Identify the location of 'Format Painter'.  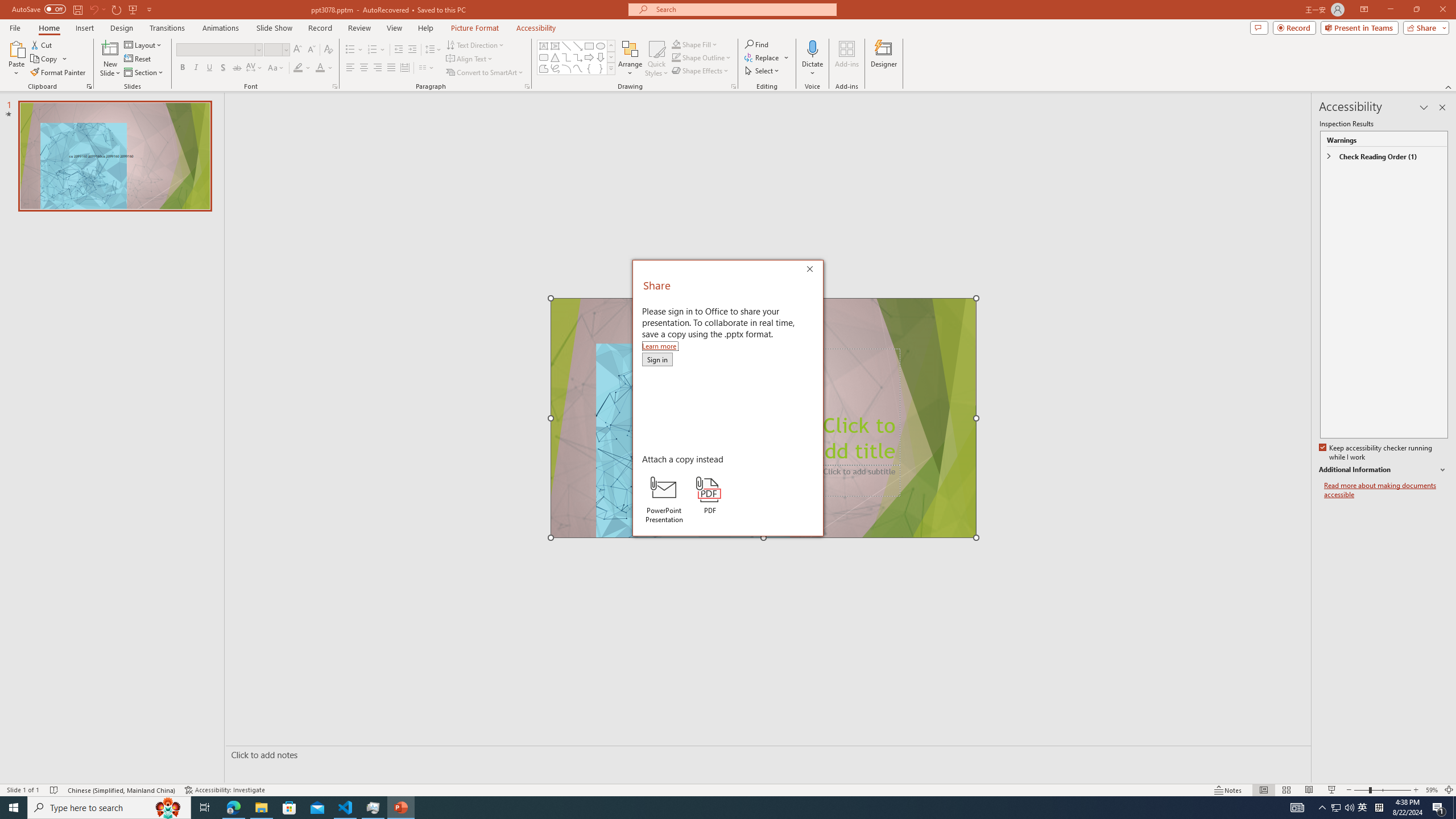
(58, 72).